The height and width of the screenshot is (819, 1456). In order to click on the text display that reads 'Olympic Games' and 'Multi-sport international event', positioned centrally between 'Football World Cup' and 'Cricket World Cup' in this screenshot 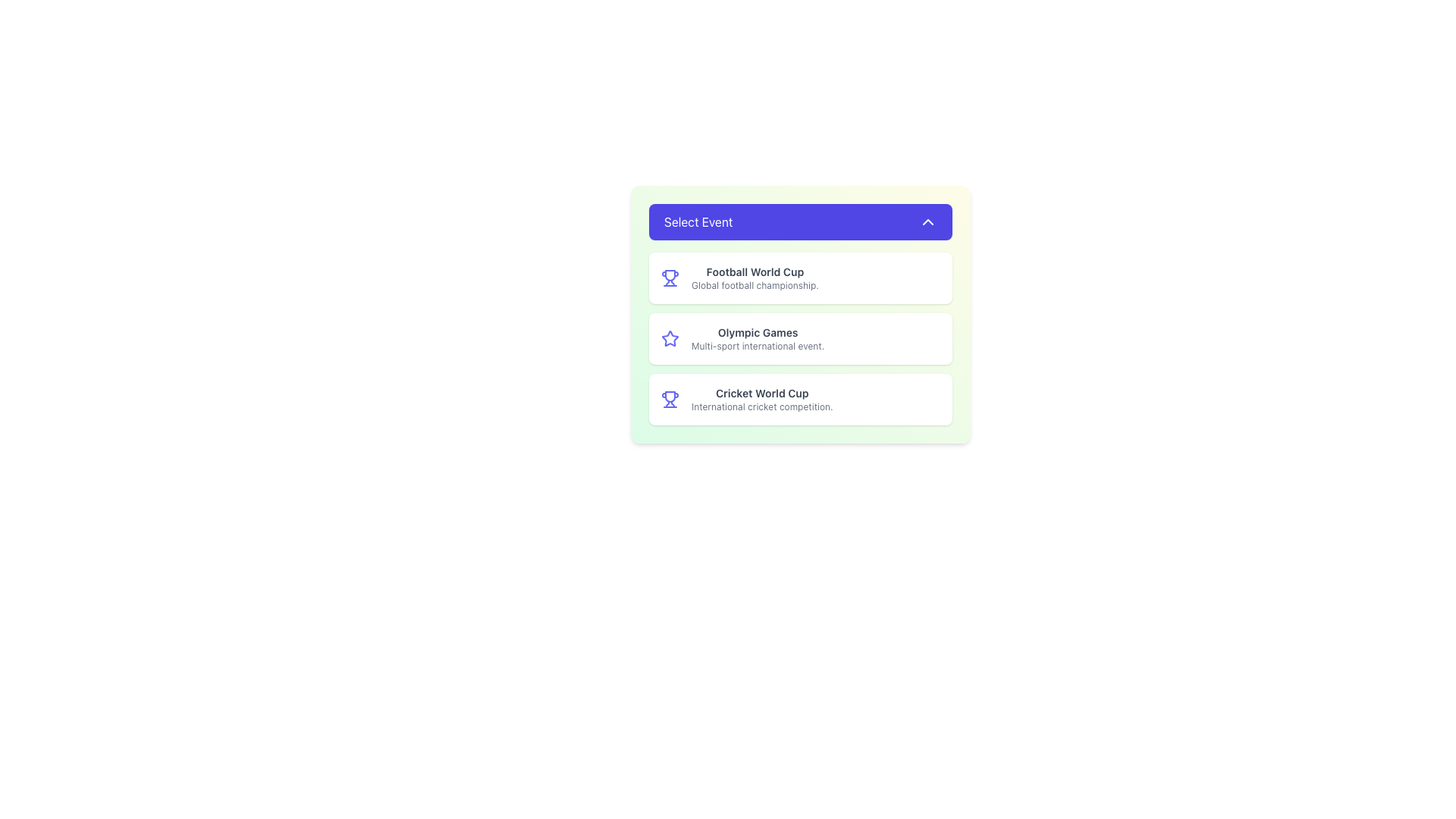, I will do `click(758, 338)`.